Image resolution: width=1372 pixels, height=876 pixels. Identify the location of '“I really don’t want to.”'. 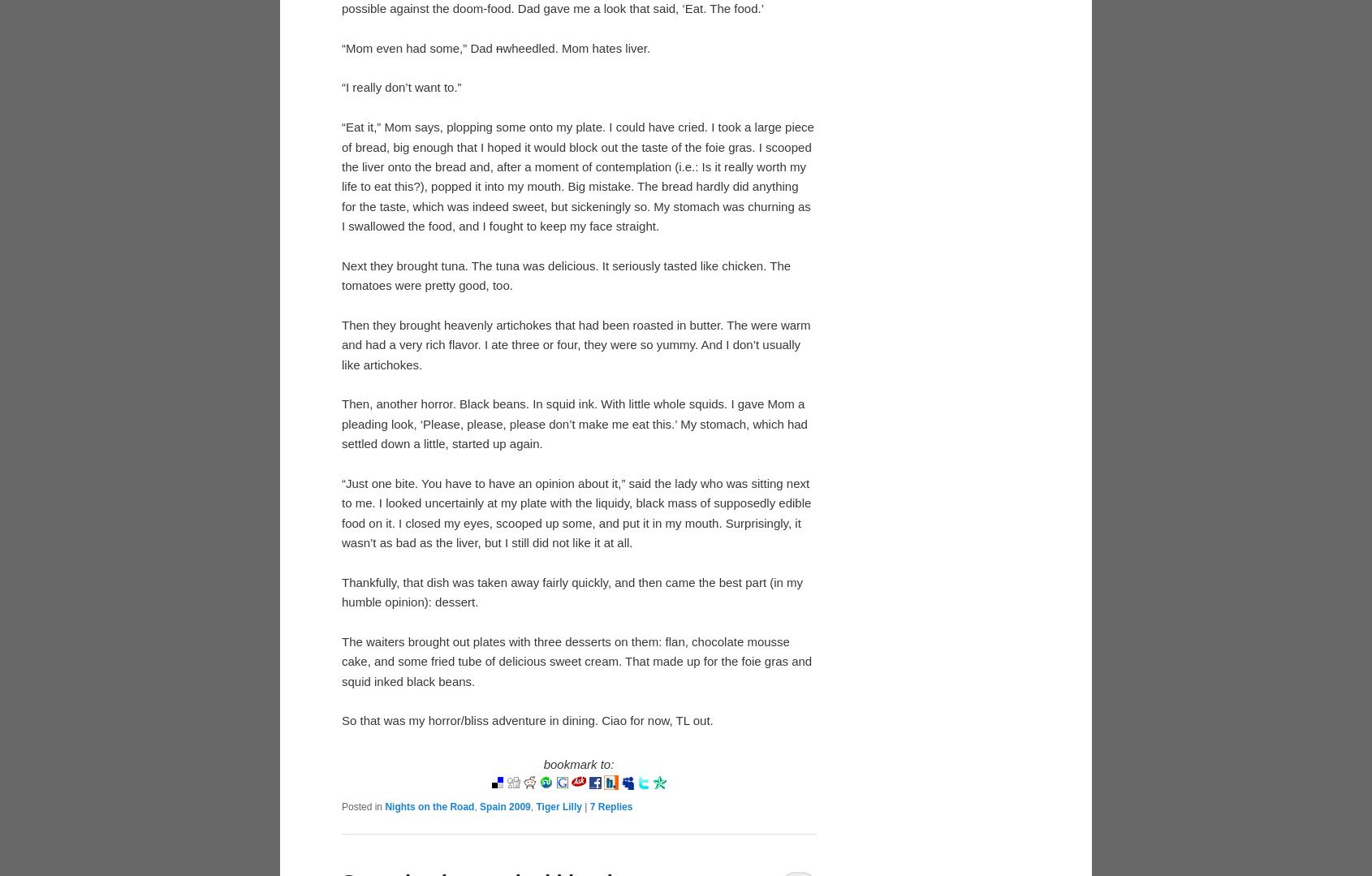
(401, 87).